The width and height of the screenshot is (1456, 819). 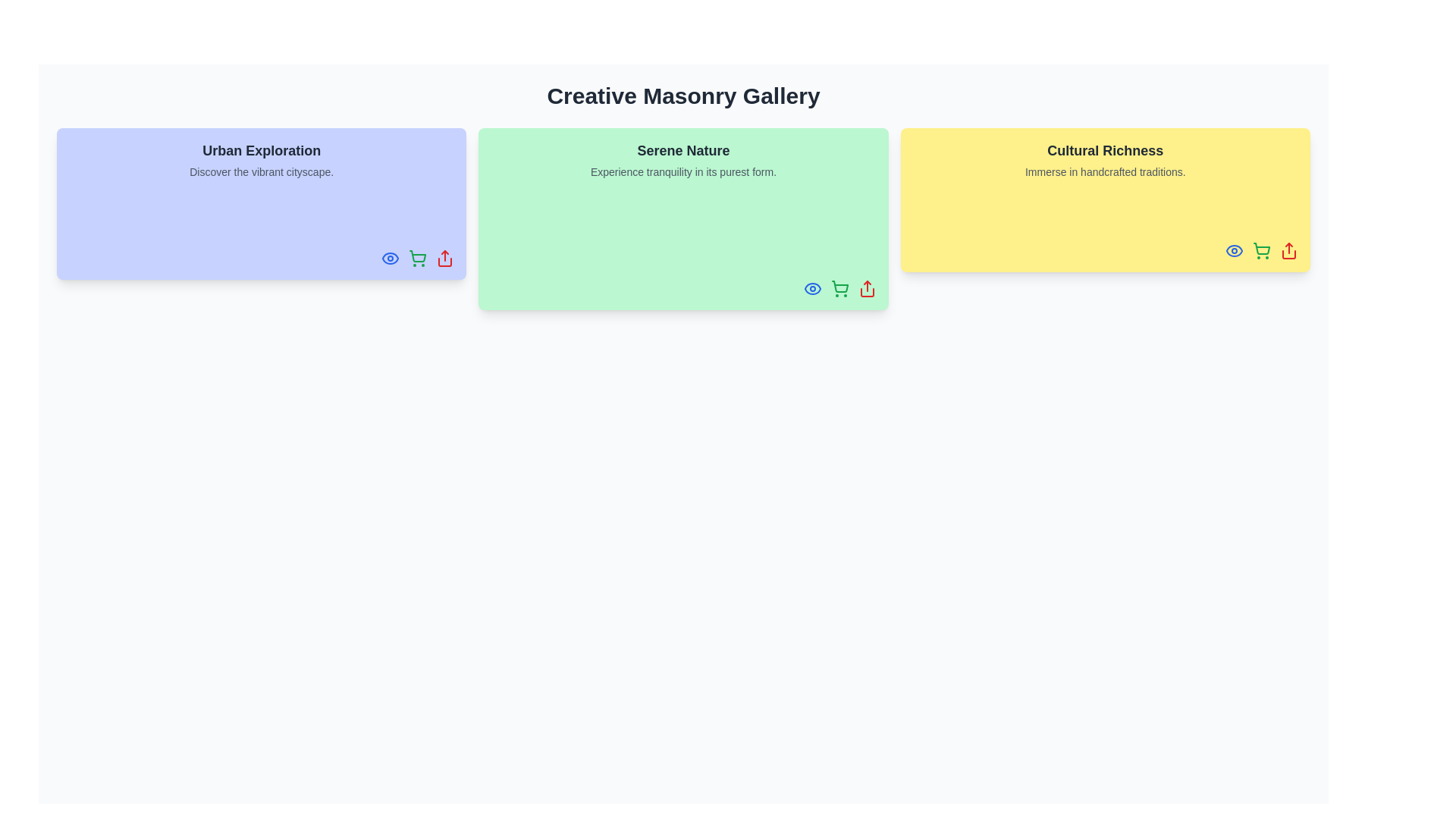 I want to click on the text element reading 'Immerse in handcrafted traditions.' positioned below the title 'Cultural Richness' on the yellow background, so click(x=1105, y=171).